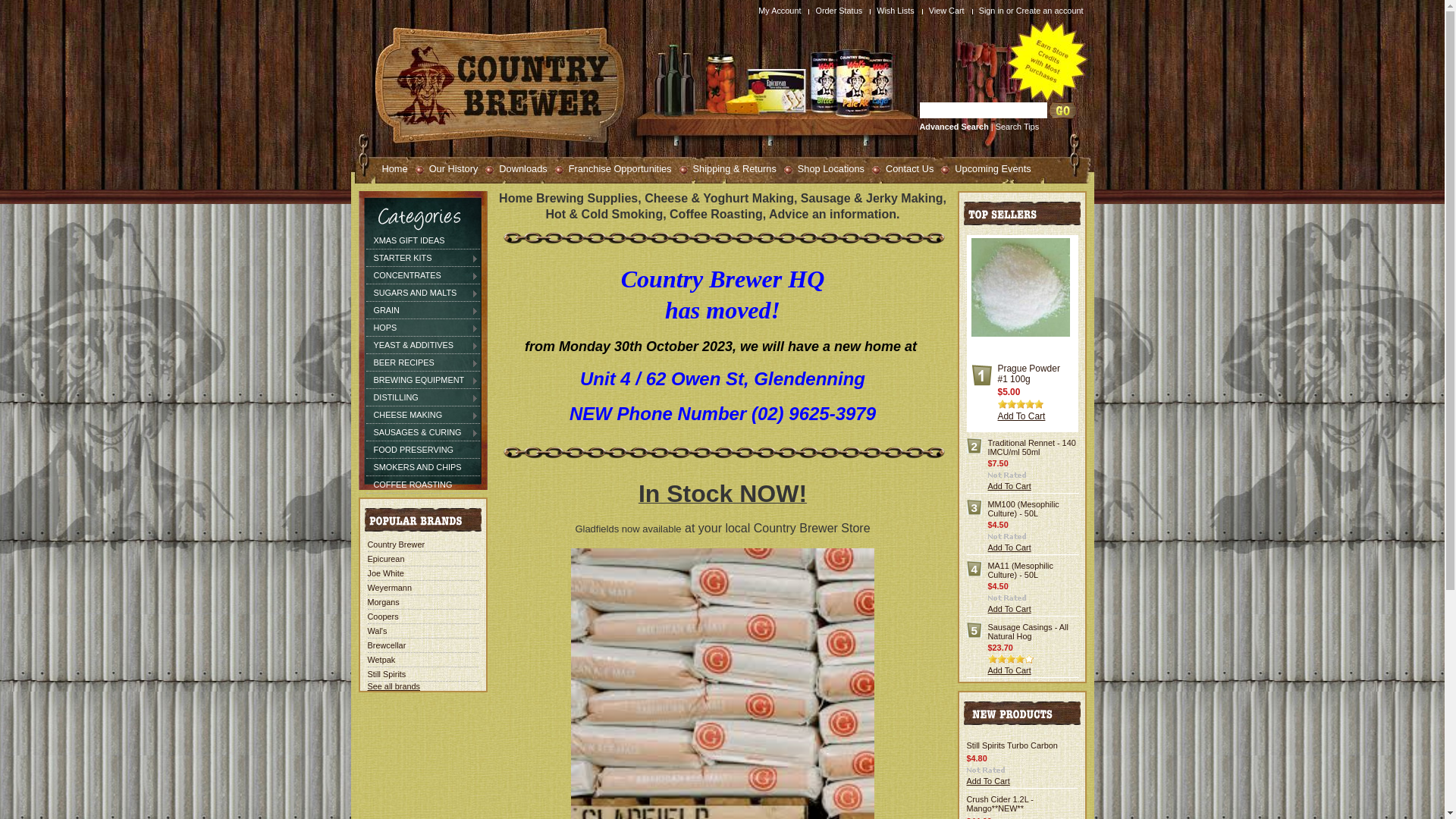 The image size is (1456, 819). Describe the element at coordinates (368, 168) in the screenshot. I see `'Home'` at that location.